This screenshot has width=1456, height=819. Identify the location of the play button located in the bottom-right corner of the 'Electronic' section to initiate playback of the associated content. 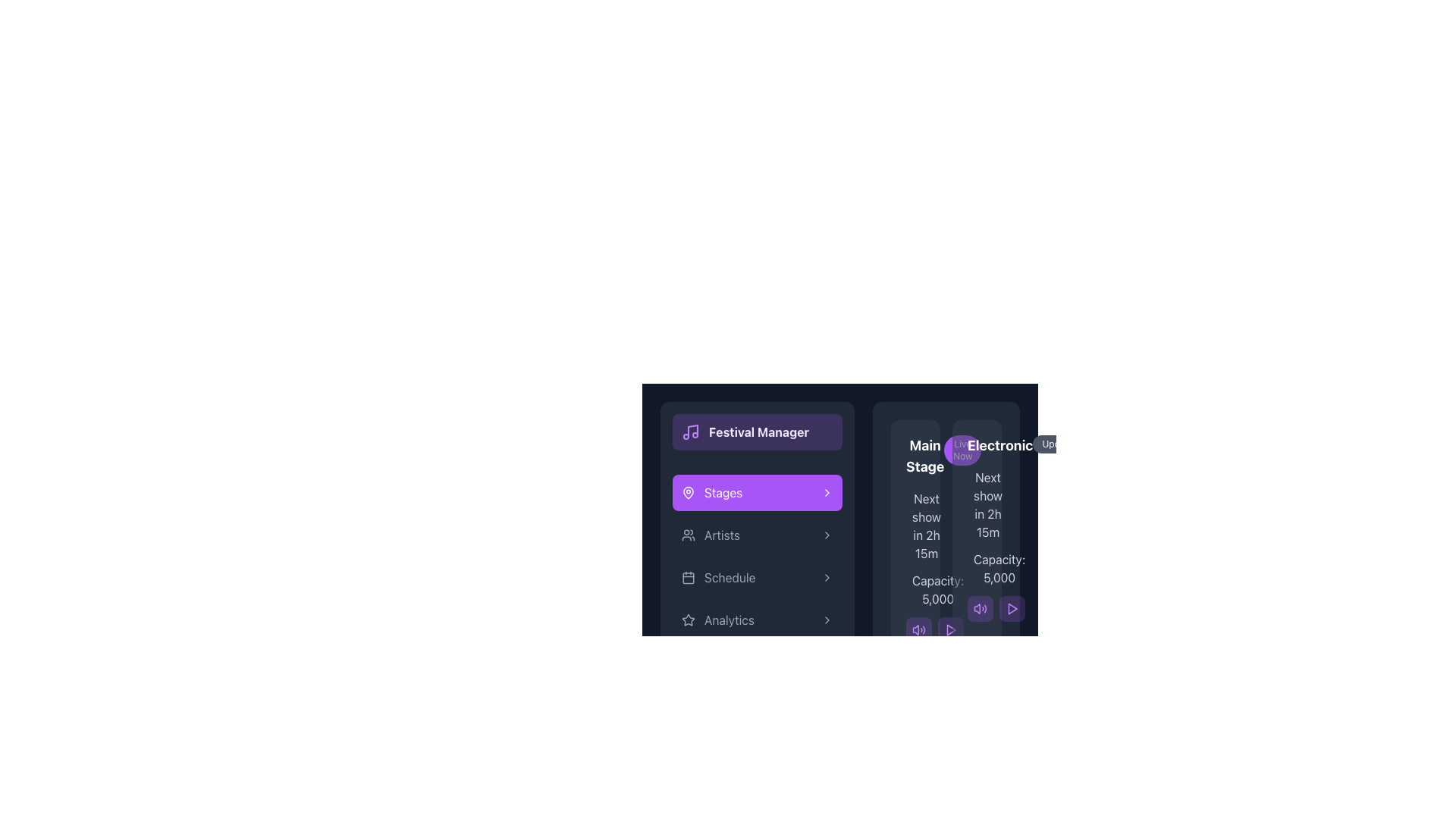
(1012, 607).